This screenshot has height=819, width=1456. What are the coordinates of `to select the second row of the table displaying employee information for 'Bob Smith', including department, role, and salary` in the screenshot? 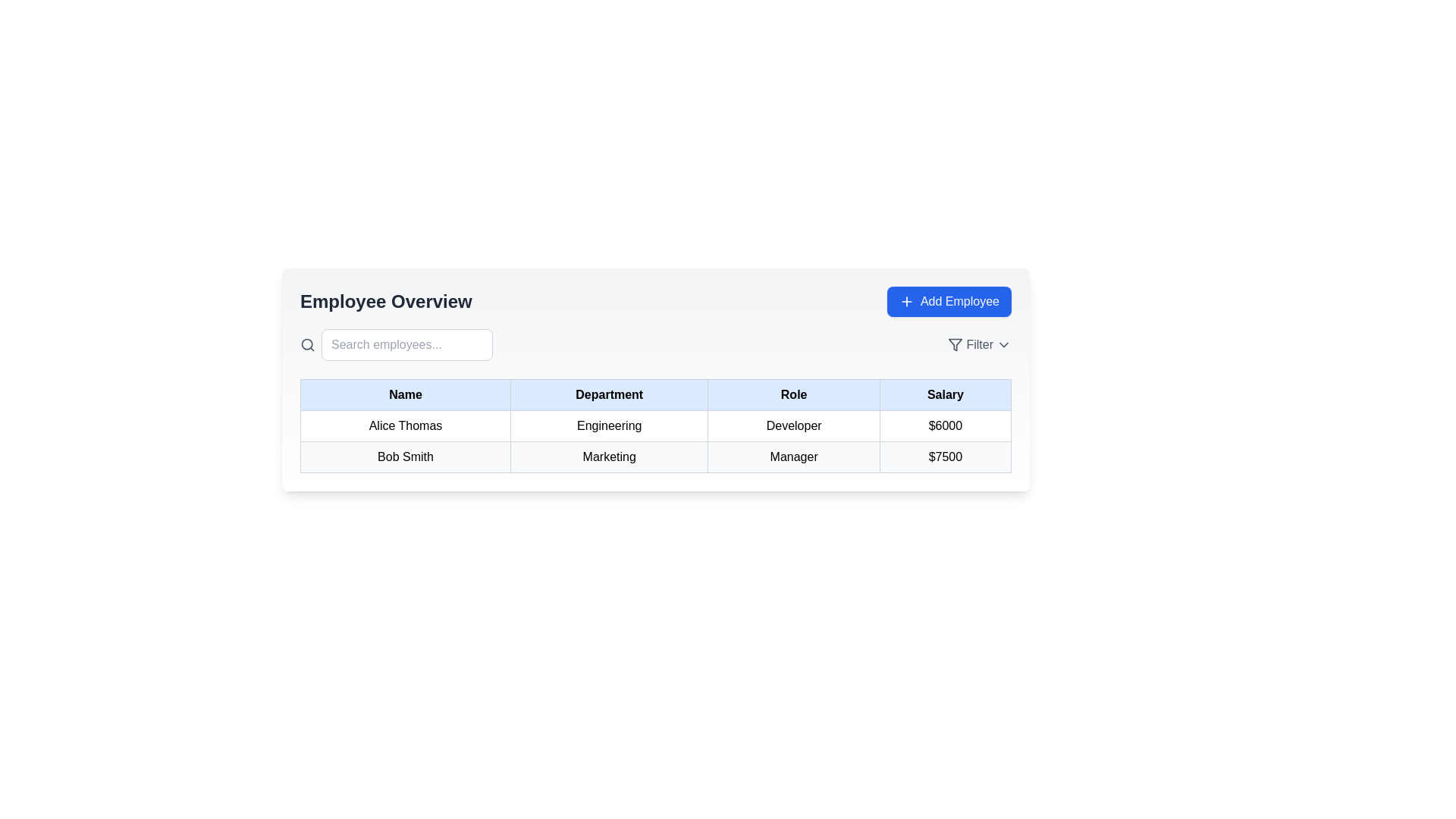 It's located at (655, 441).